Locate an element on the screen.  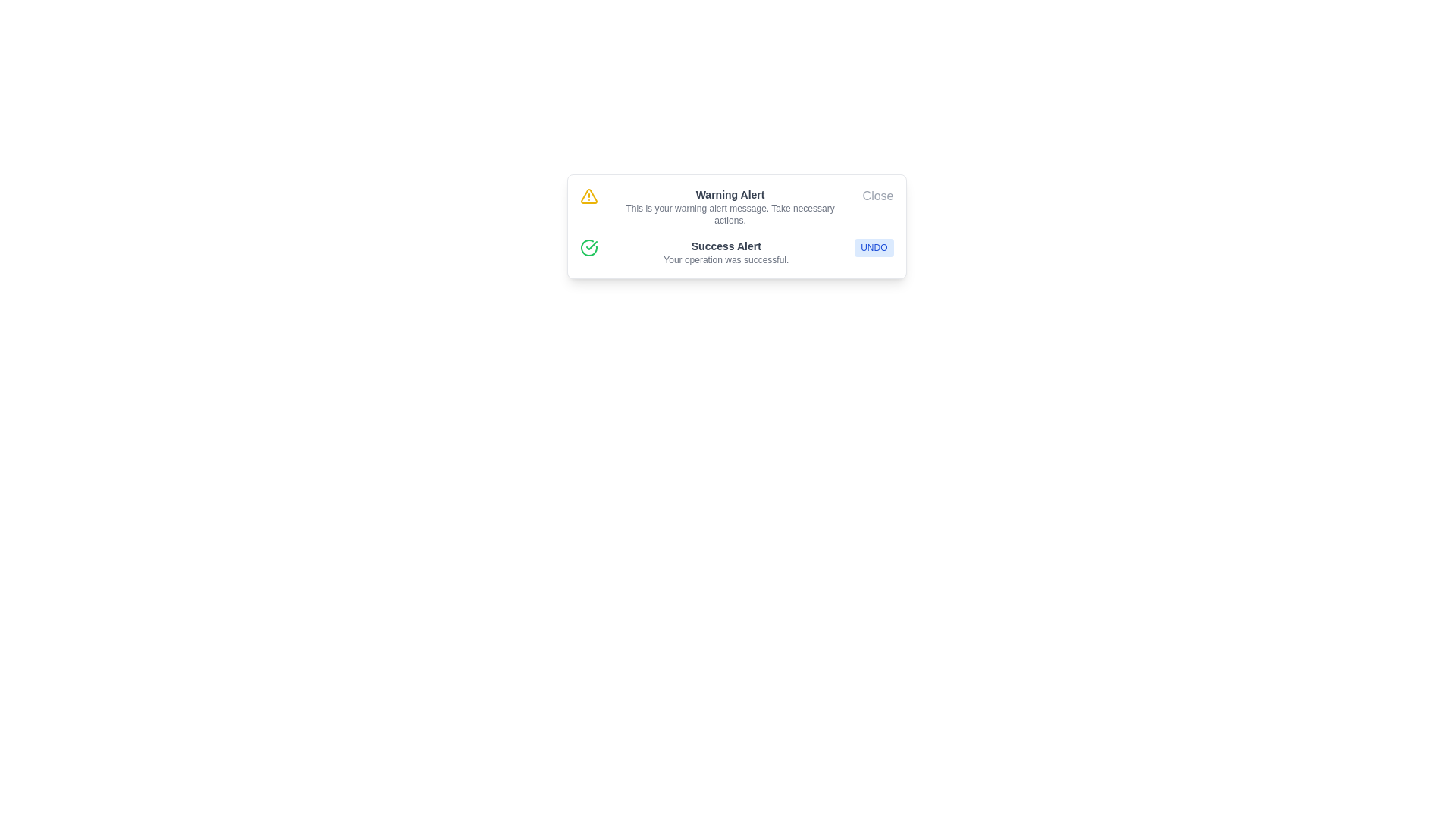
the success icon located in the left part of the 'Success Alert' section, just to the left of the text 'Success Alert' is located at coordinates (588, 247).